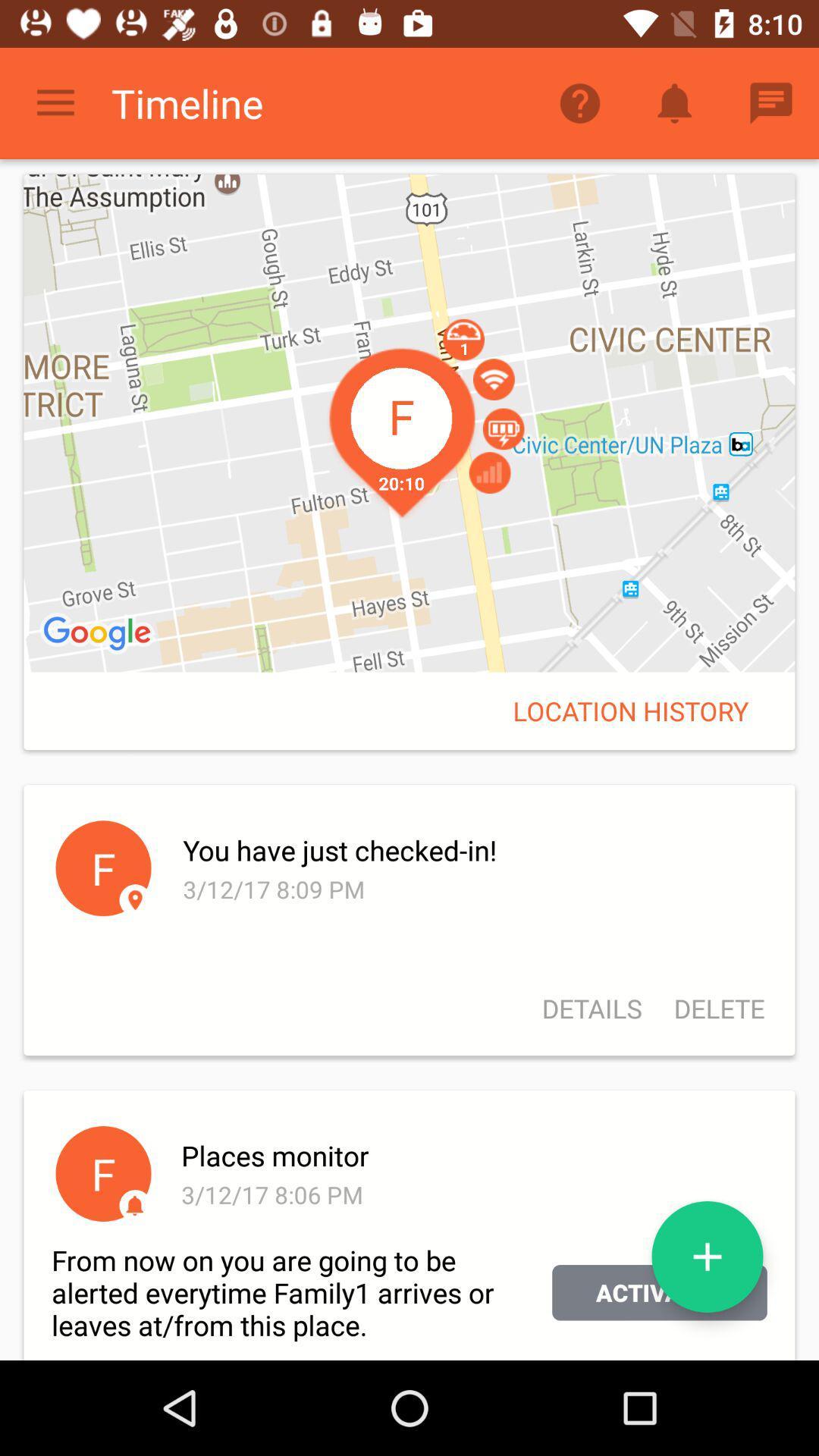 This screenshot has height=1456, width=819. What do you see at coordinates (591, 1009) in the screenshot?
I see `item to the left of the delete` at bounding box center [591, 1009].